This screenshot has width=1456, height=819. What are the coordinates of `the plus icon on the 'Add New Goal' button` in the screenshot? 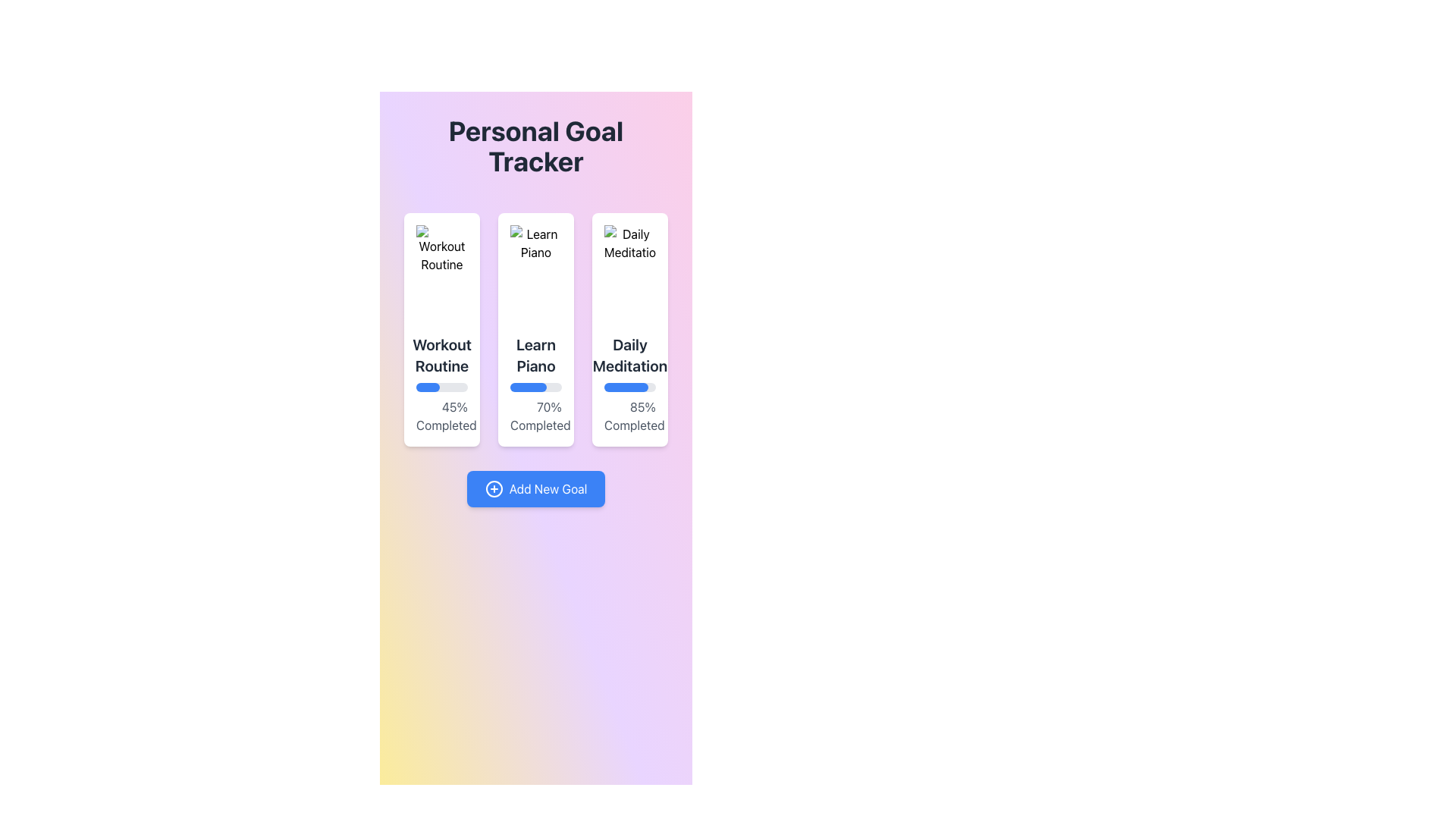 It's located at (494, 488).